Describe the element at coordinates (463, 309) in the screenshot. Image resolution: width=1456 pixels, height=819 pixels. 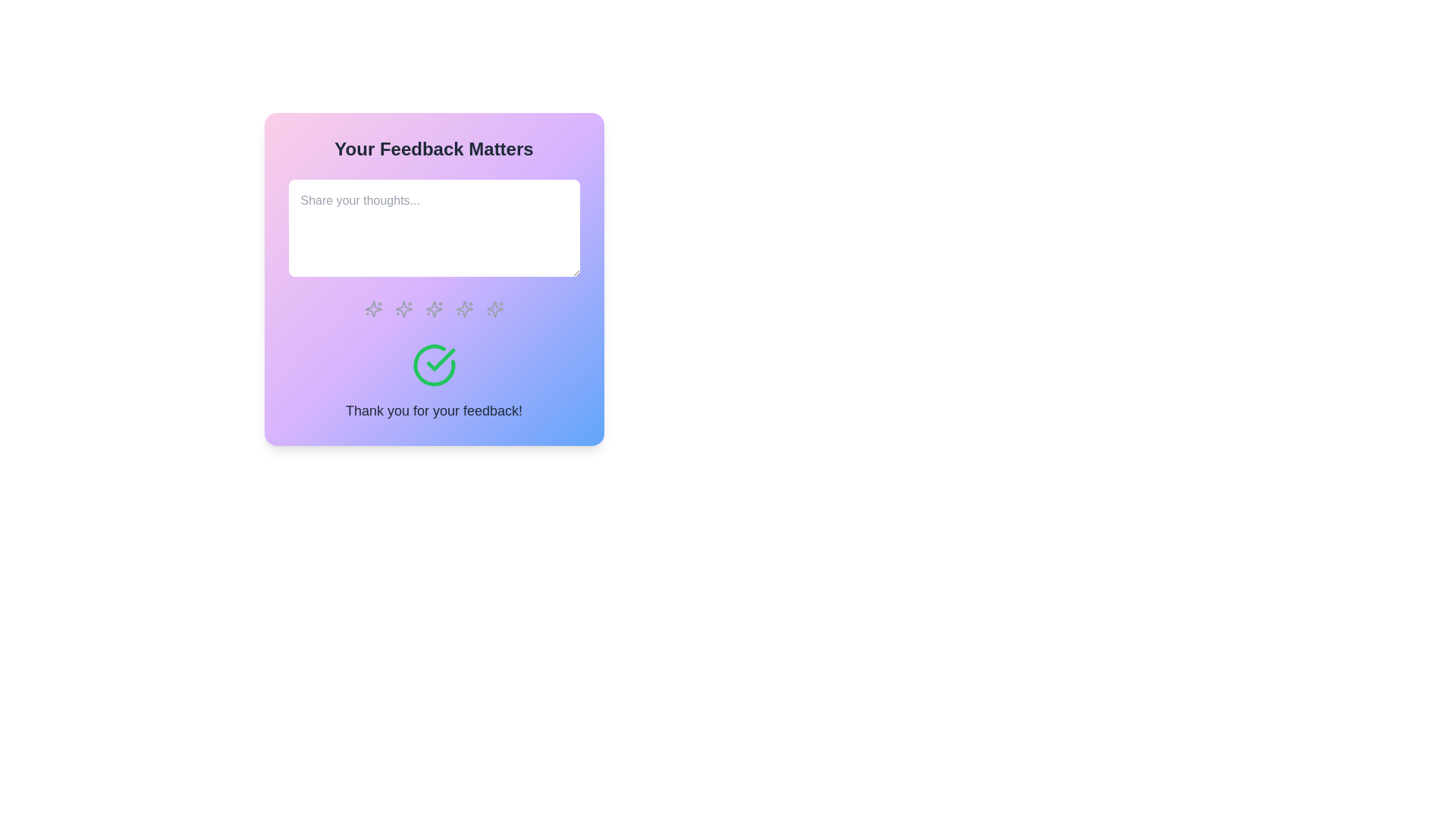
I see `the third star-shaped icon in the star-based rating system` at that location.